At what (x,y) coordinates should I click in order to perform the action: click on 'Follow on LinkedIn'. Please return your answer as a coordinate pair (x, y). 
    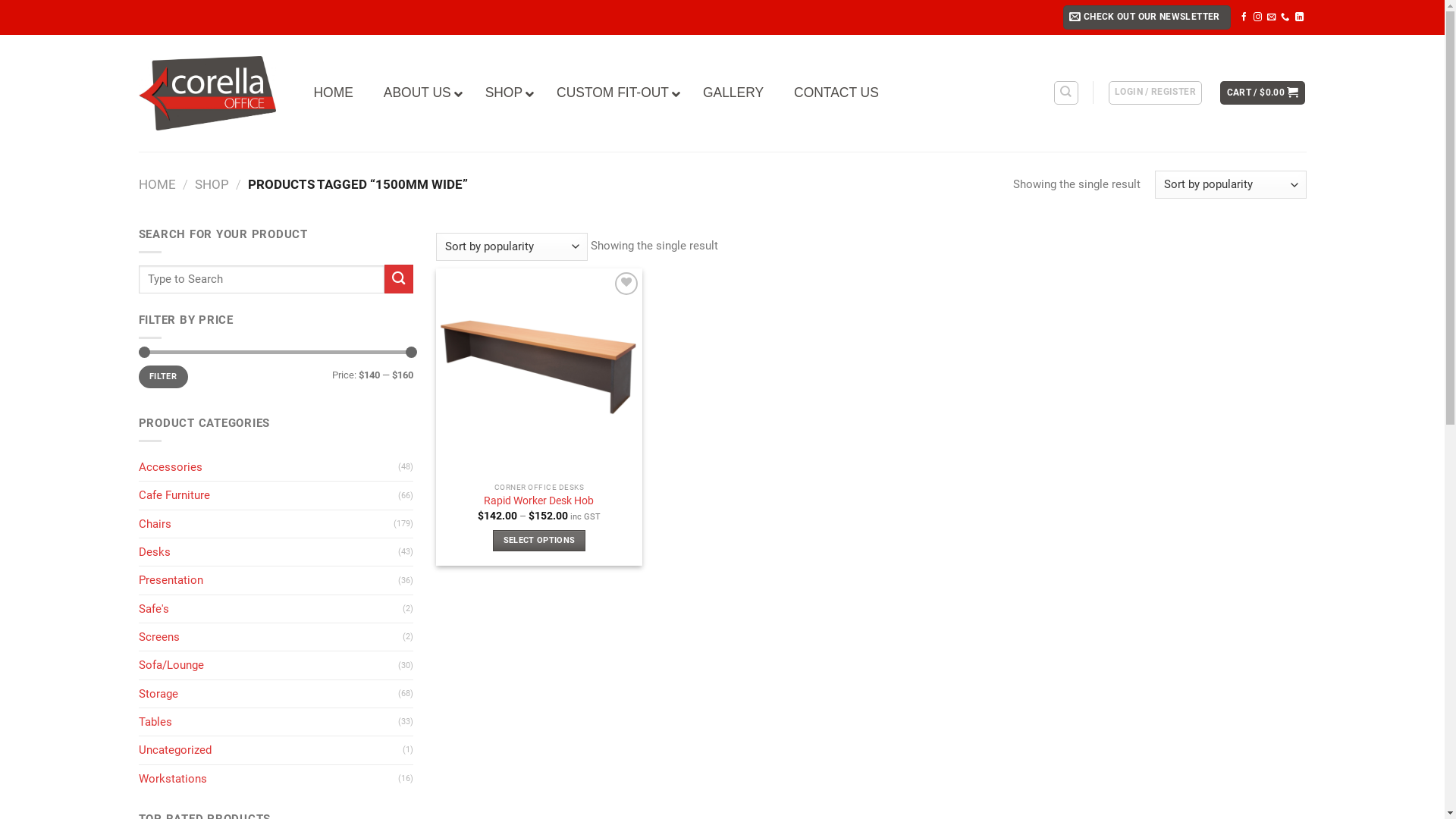
    Looking at the image, I should click on (1294, 17).